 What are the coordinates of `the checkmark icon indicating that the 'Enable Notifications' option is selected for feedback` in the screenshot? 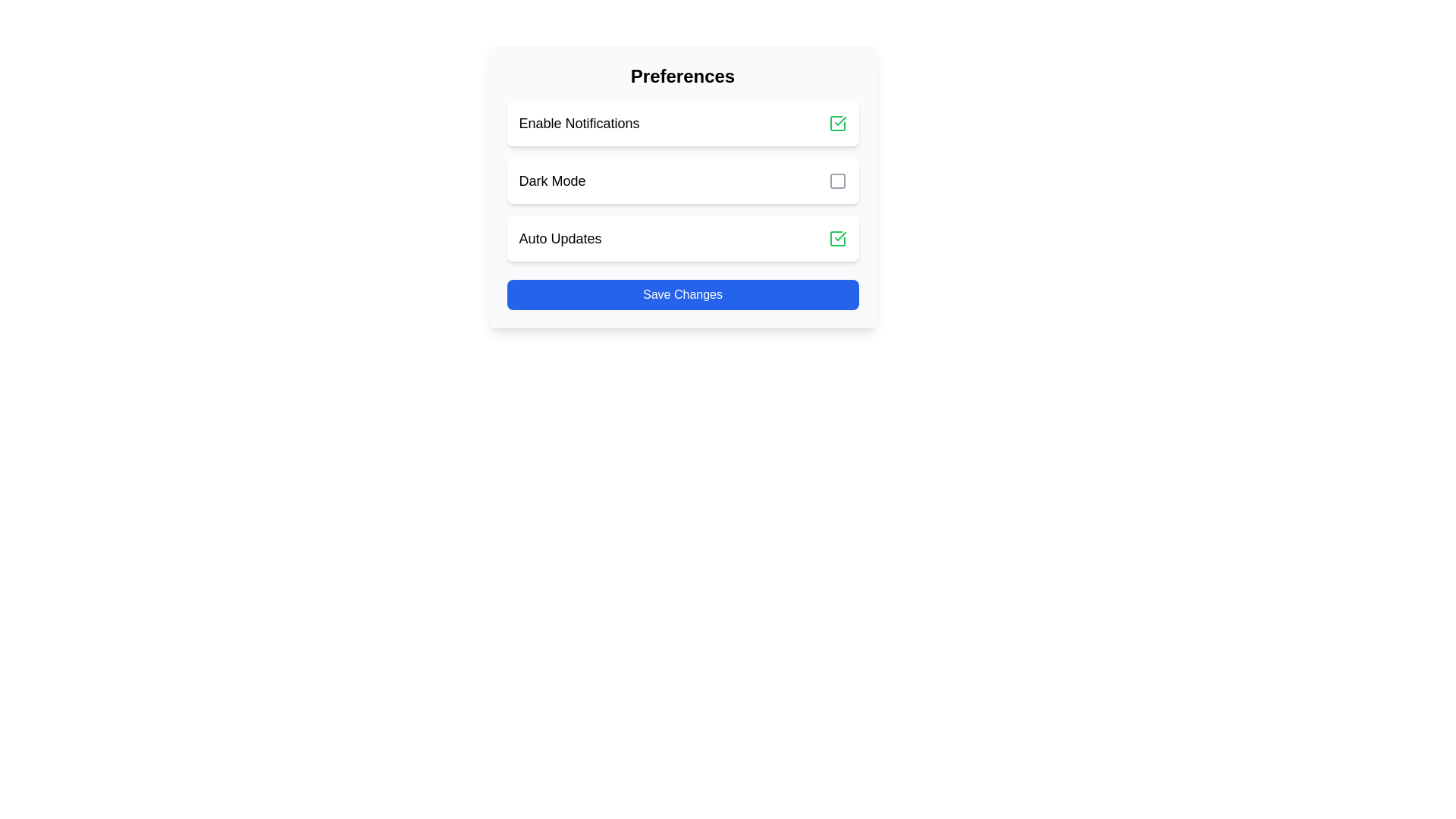 It's located at (836, 122).